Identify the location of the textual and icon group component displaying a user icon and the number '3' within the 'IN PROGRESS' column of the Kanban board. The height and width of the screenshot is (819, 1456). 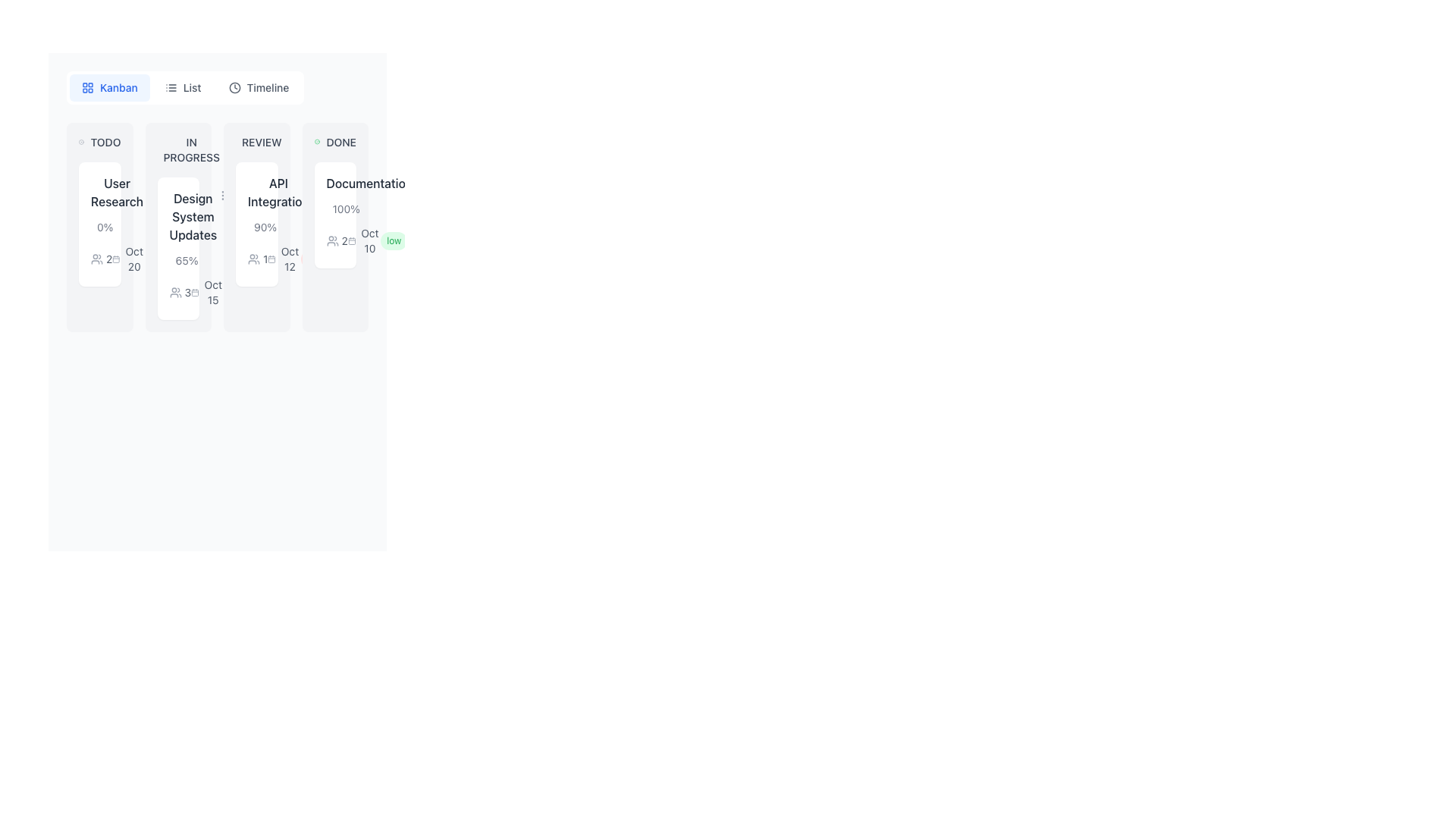
(180, 292).